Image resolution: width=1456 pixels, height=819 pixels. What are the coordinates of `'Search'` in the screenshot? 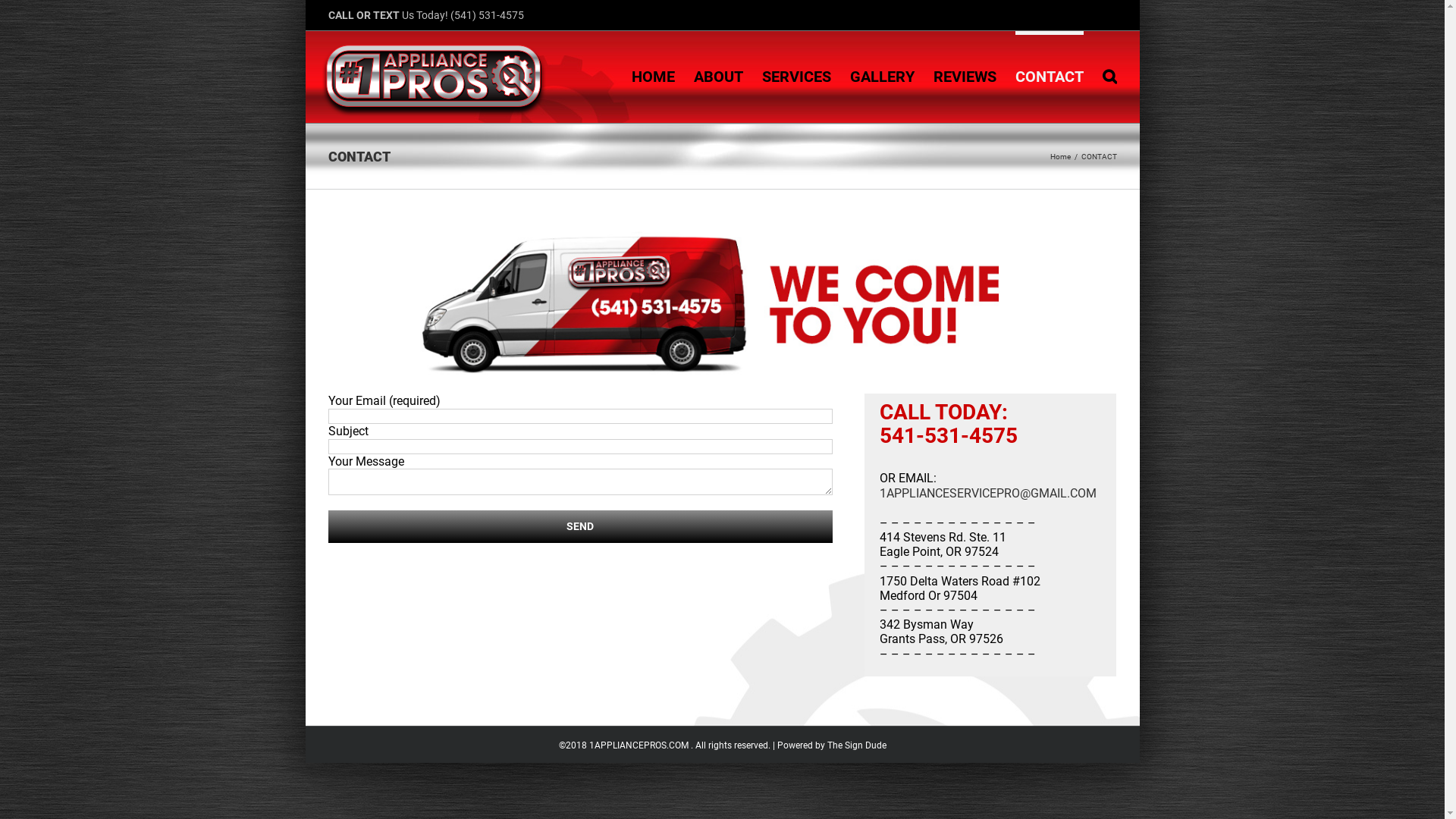 It's located at (1109, 74).